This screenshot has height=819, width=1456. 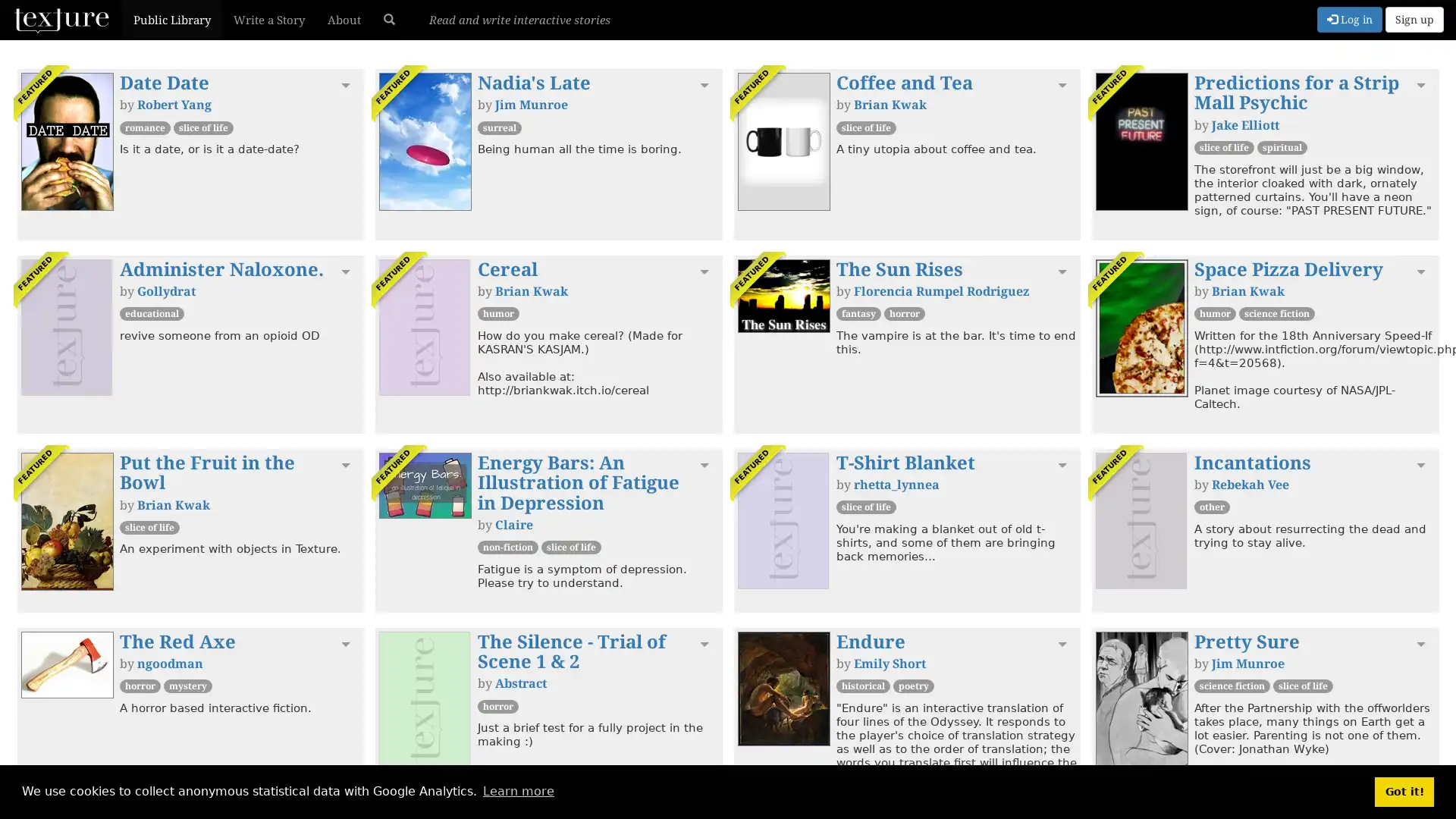 I want to click on dismiss cookie message, so click(x=1404, y=791).